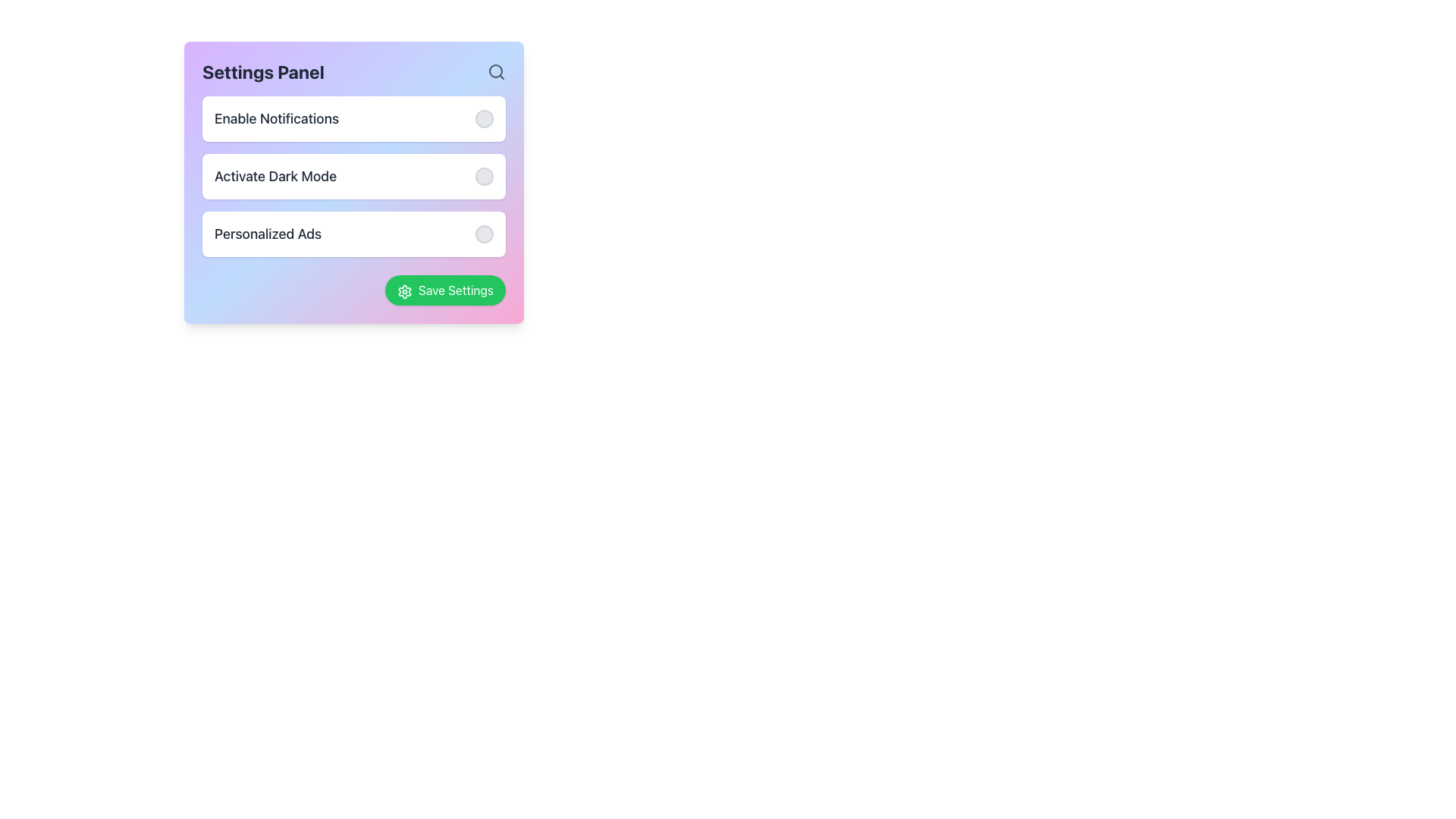 This screenshot has height=819, width=1456. I want to click on on the circular toggle button for 'Activate Dark Mode', which is located, so click(483, 175).